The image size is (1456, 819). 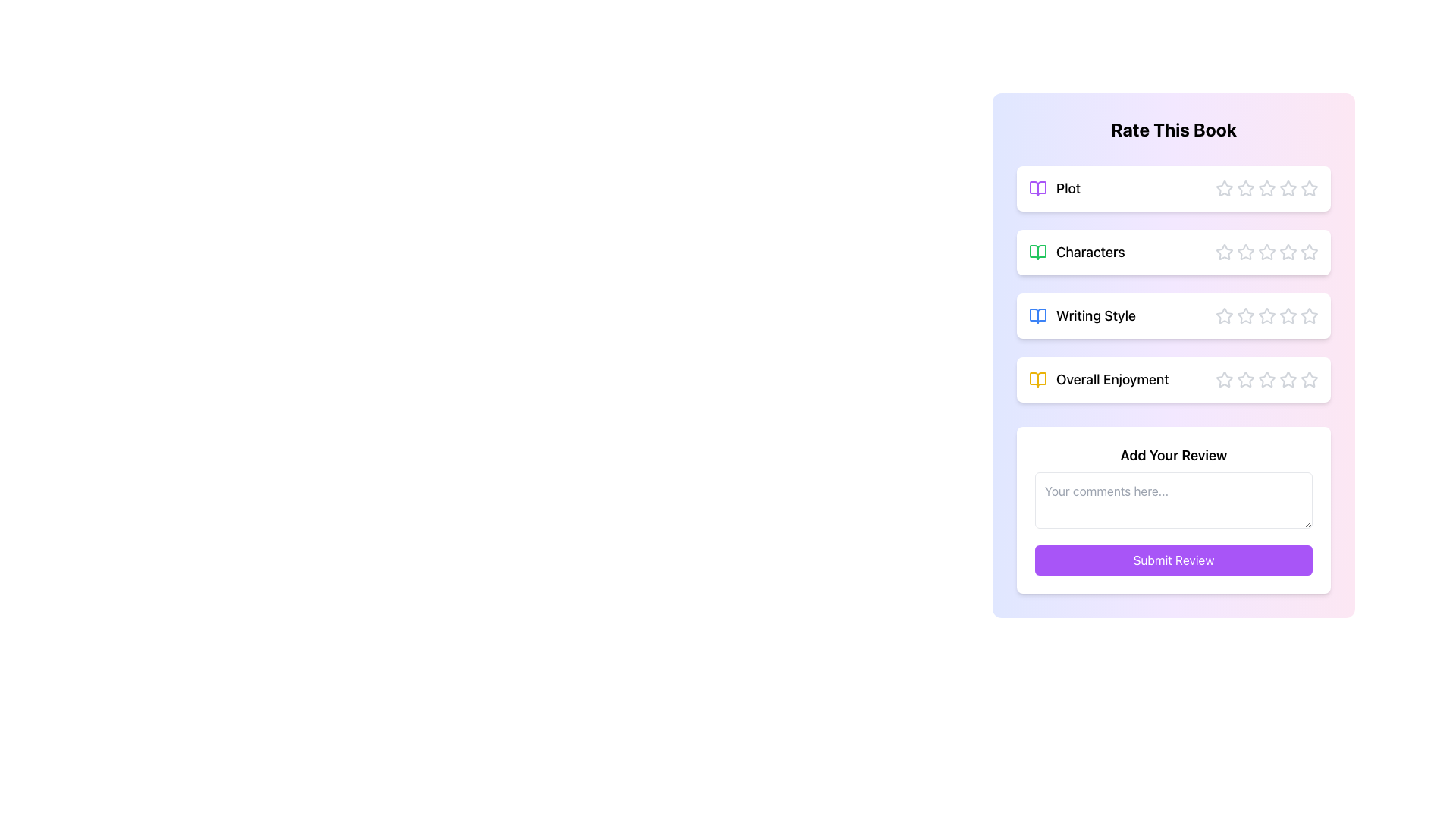 I want to click on the fourth star icon from the left in the rating row titled 'Characters' to rate it, so click(x=1287, y=250).